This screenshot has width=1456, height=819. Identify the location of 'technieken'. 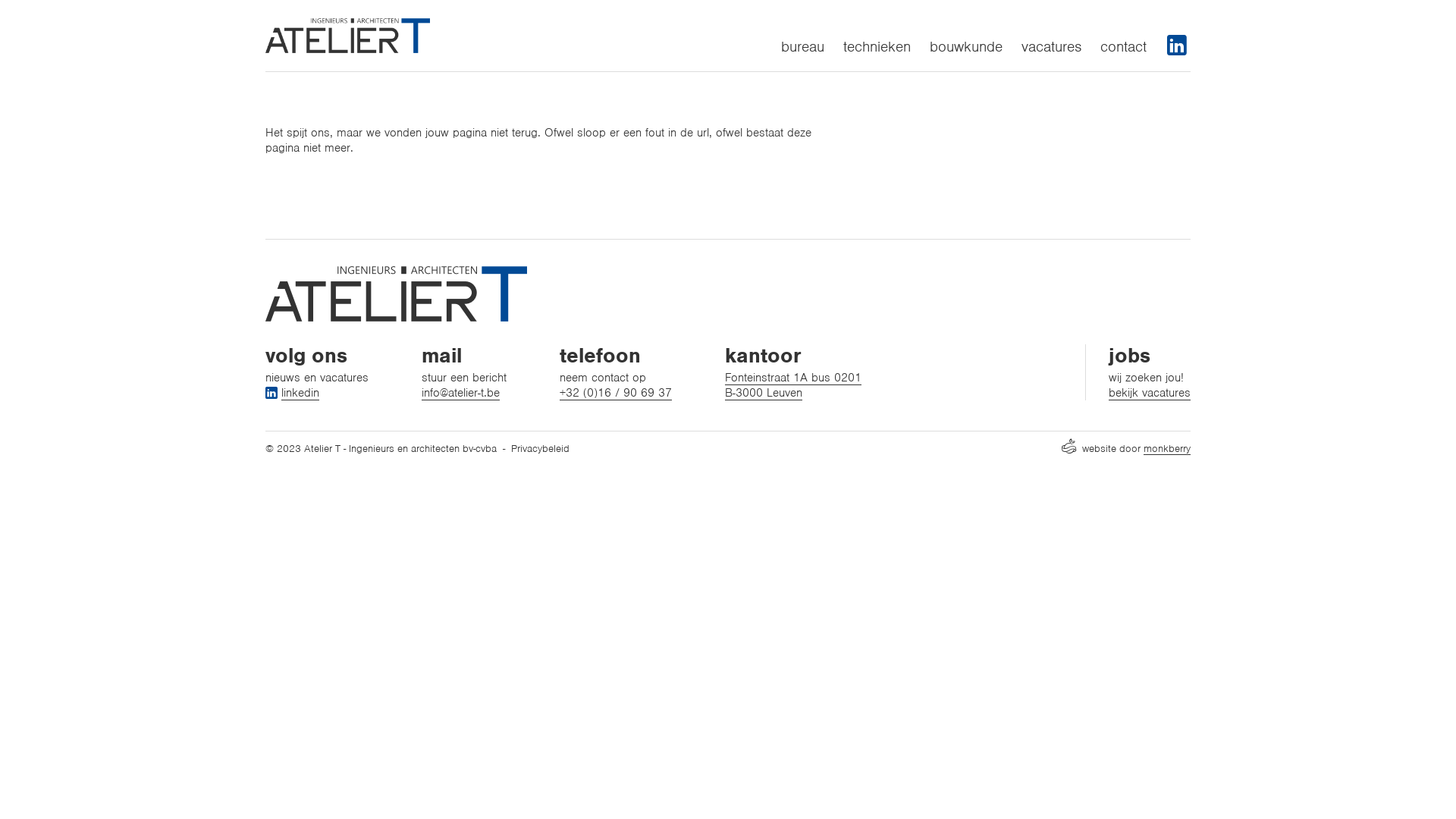
(877, 45).